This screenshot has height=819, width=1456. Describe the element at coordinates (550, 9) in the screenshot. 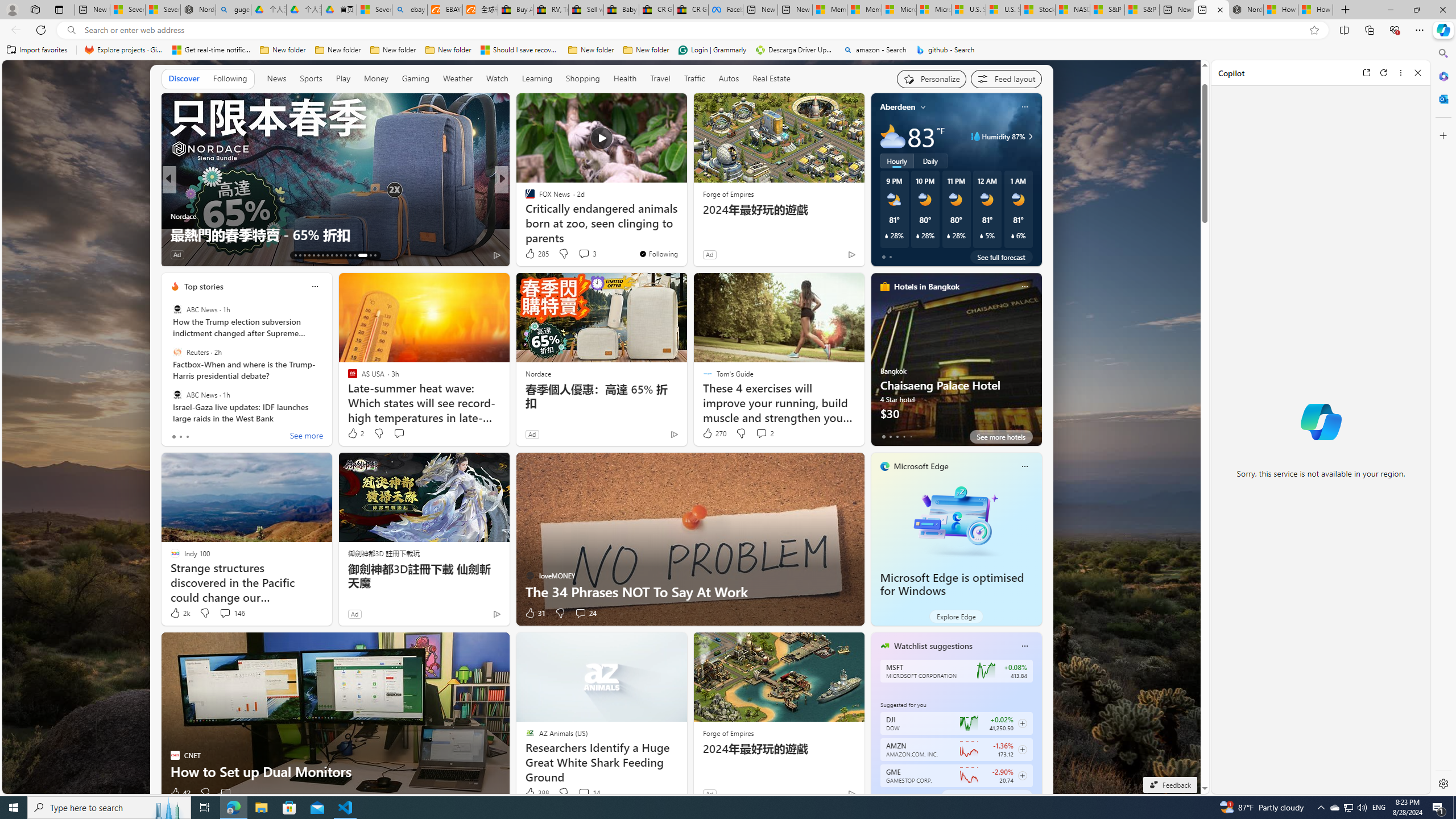

I see `'RV, Trailer & Camper Steps & Ladders for sale | eBay'` at that location.